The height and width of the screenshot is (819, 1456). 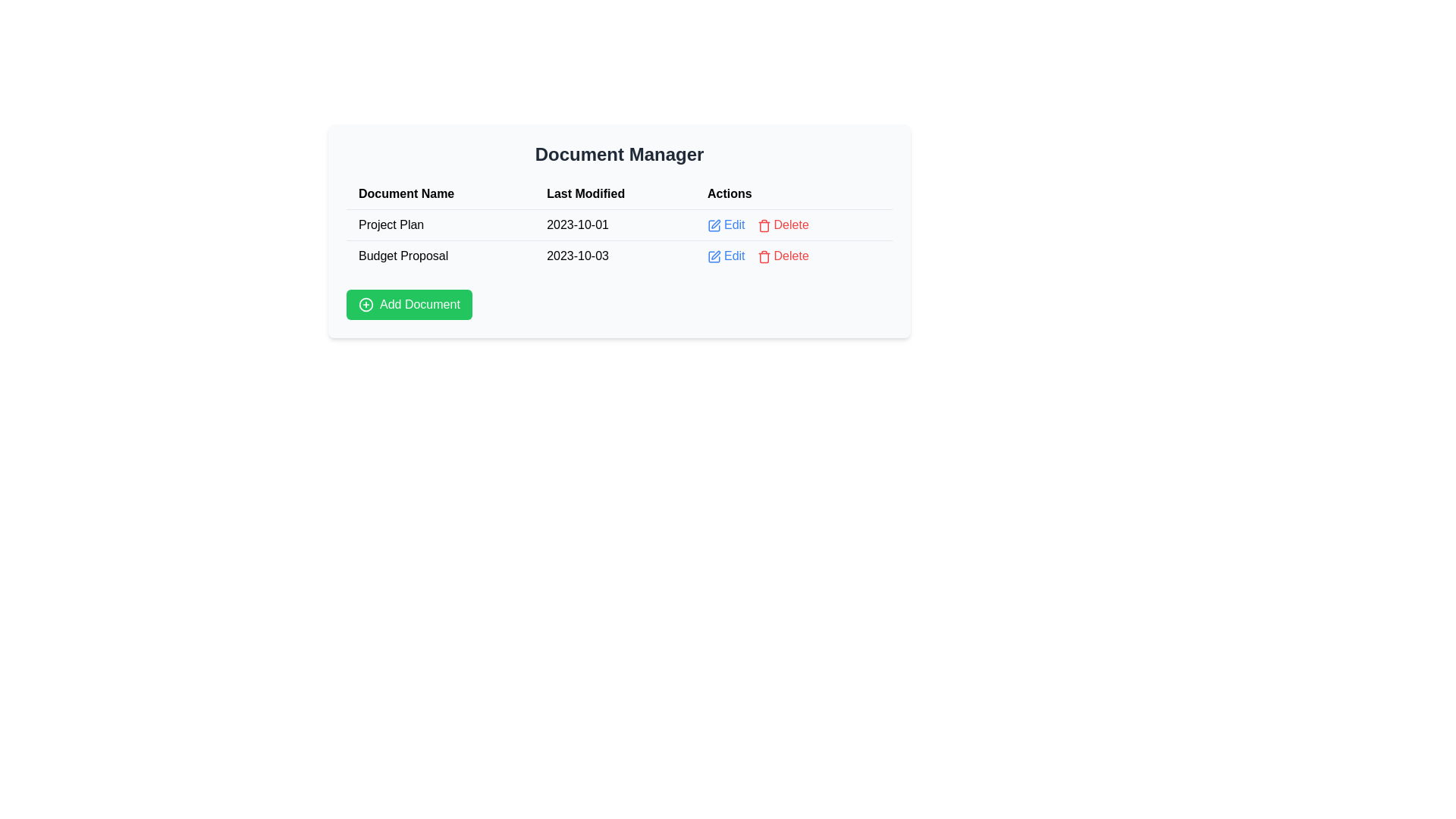 I want to click on the circular outline element that indicates an addition operation, which is part of the 'Add Document' button, so click(x=366, y=304).